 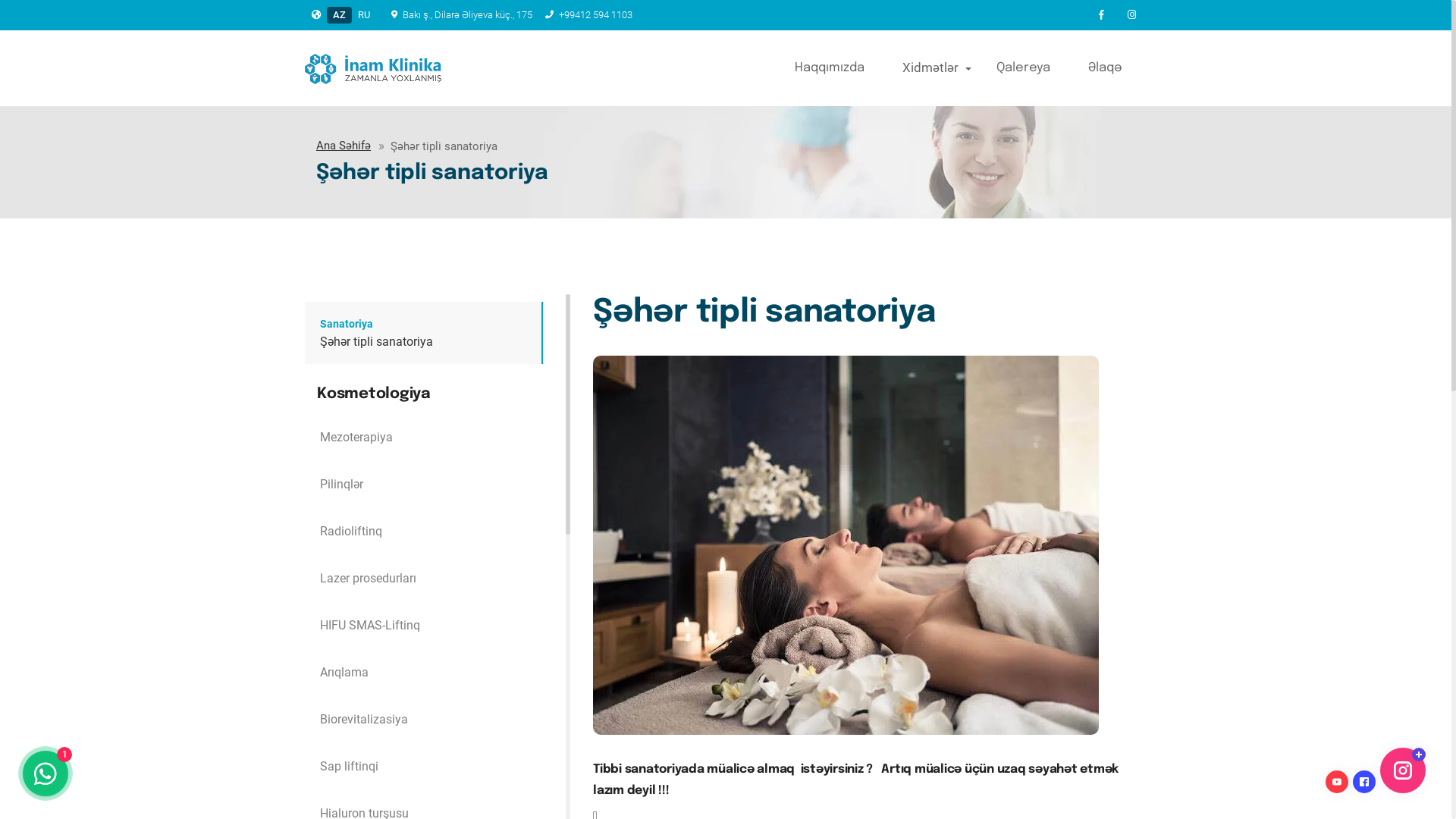 I want to click on 'facebook', so click(x=1084, y=14).